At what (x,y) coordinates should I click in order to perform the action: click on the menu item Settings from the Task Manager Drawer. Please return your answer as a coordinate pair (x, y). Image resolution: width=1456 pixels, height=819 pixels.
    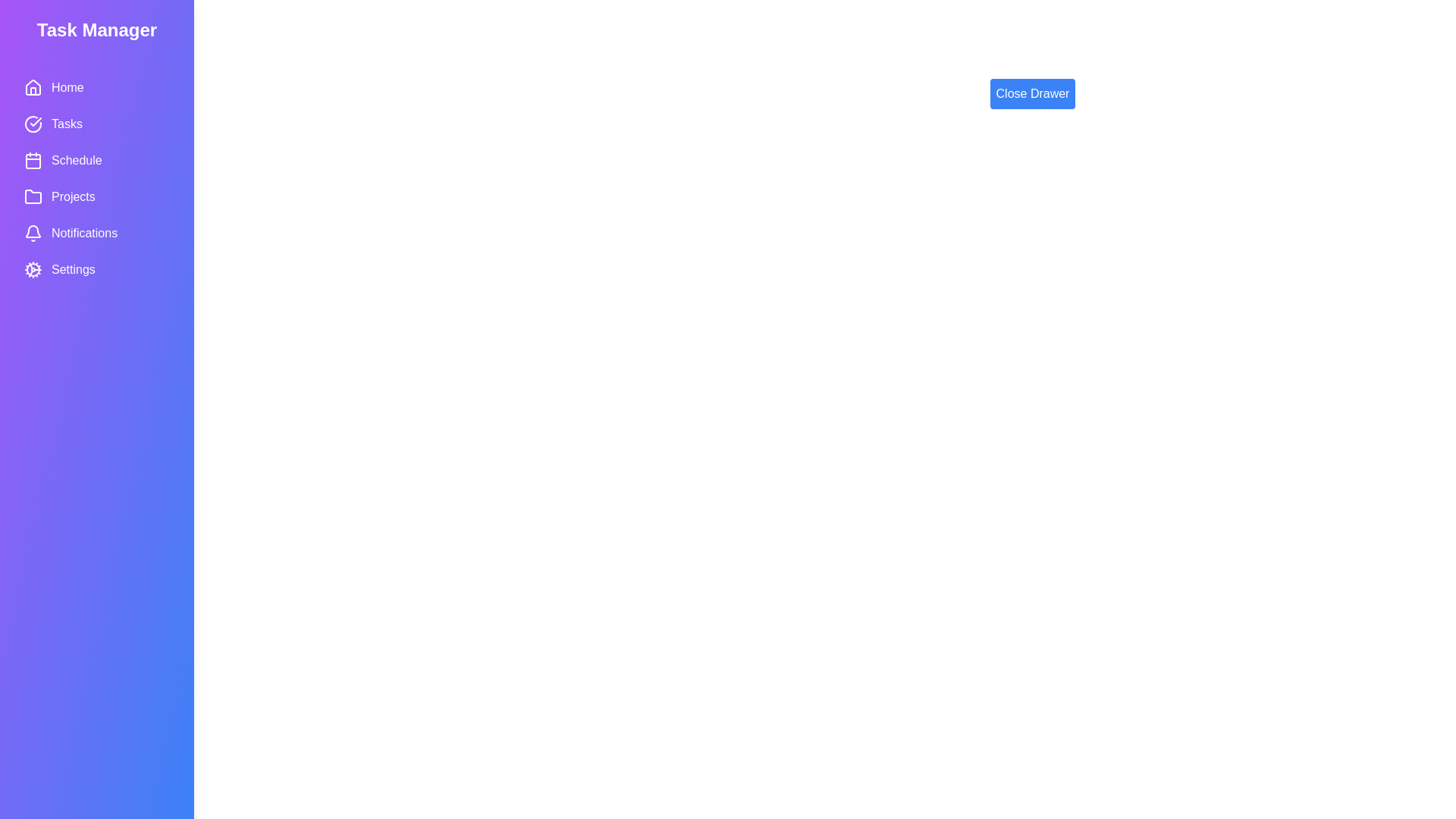
    Looking at the image, I should click on (96, 268).